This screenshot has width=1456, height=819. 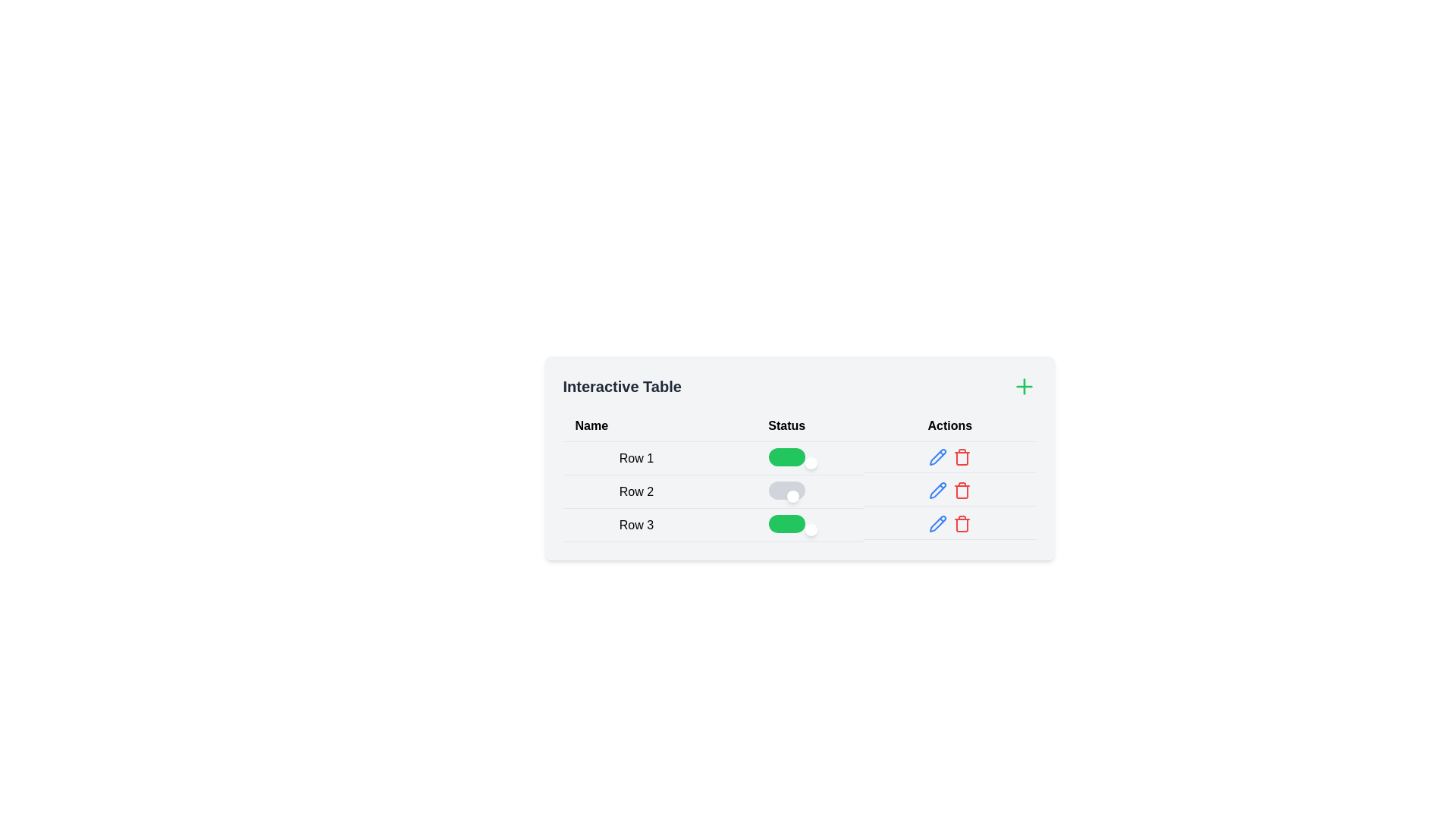 What do you see at coordinates (799, 491) in the screenshot?
I see `the Toggle switch in the 'Status' column of the second row of the table` at bounding box center [799, 491].